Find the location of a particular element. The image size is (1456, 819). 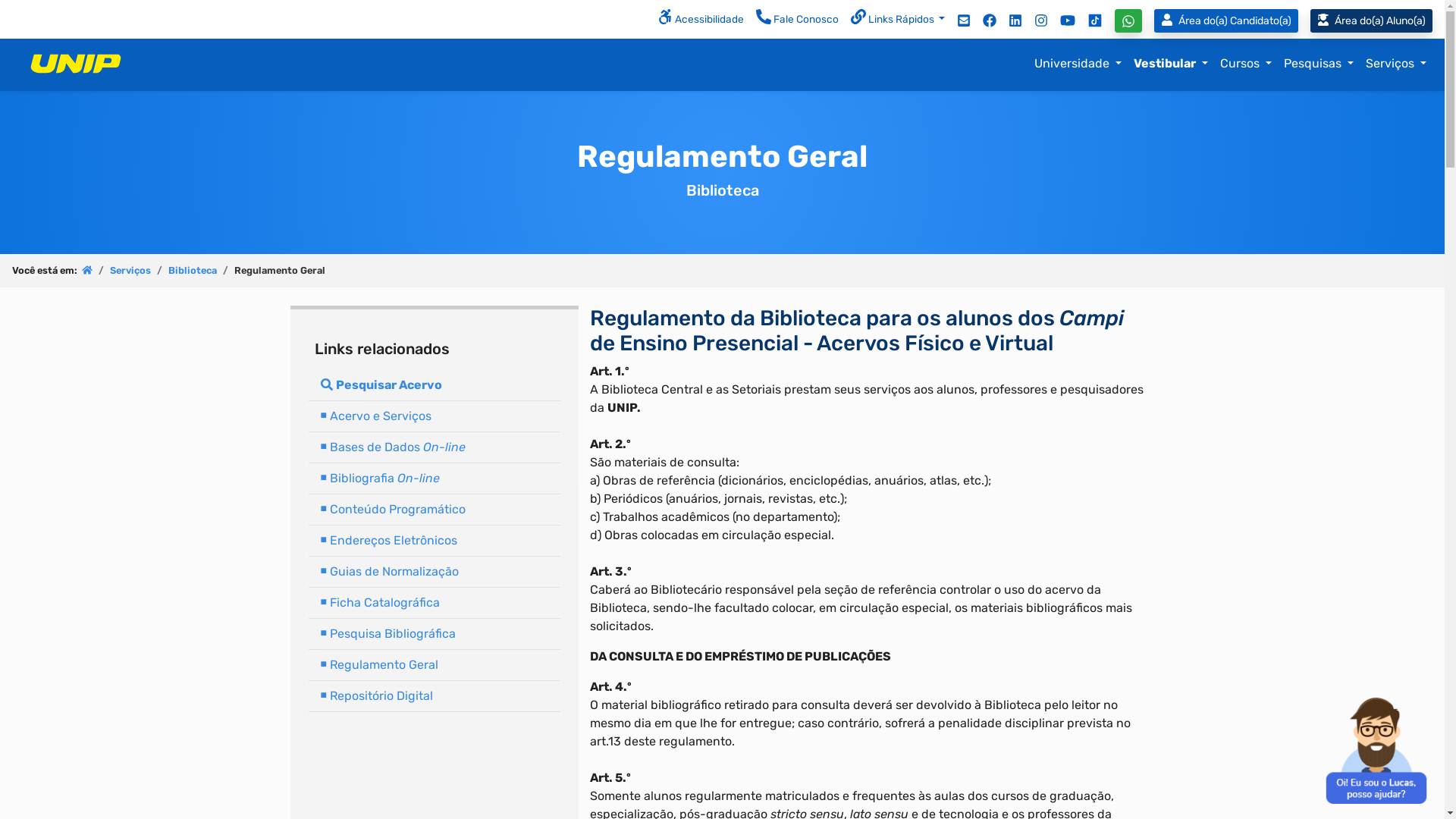

'Siga a UNIP no TikTok da UNIP' is located at coordinates (1095, 20).